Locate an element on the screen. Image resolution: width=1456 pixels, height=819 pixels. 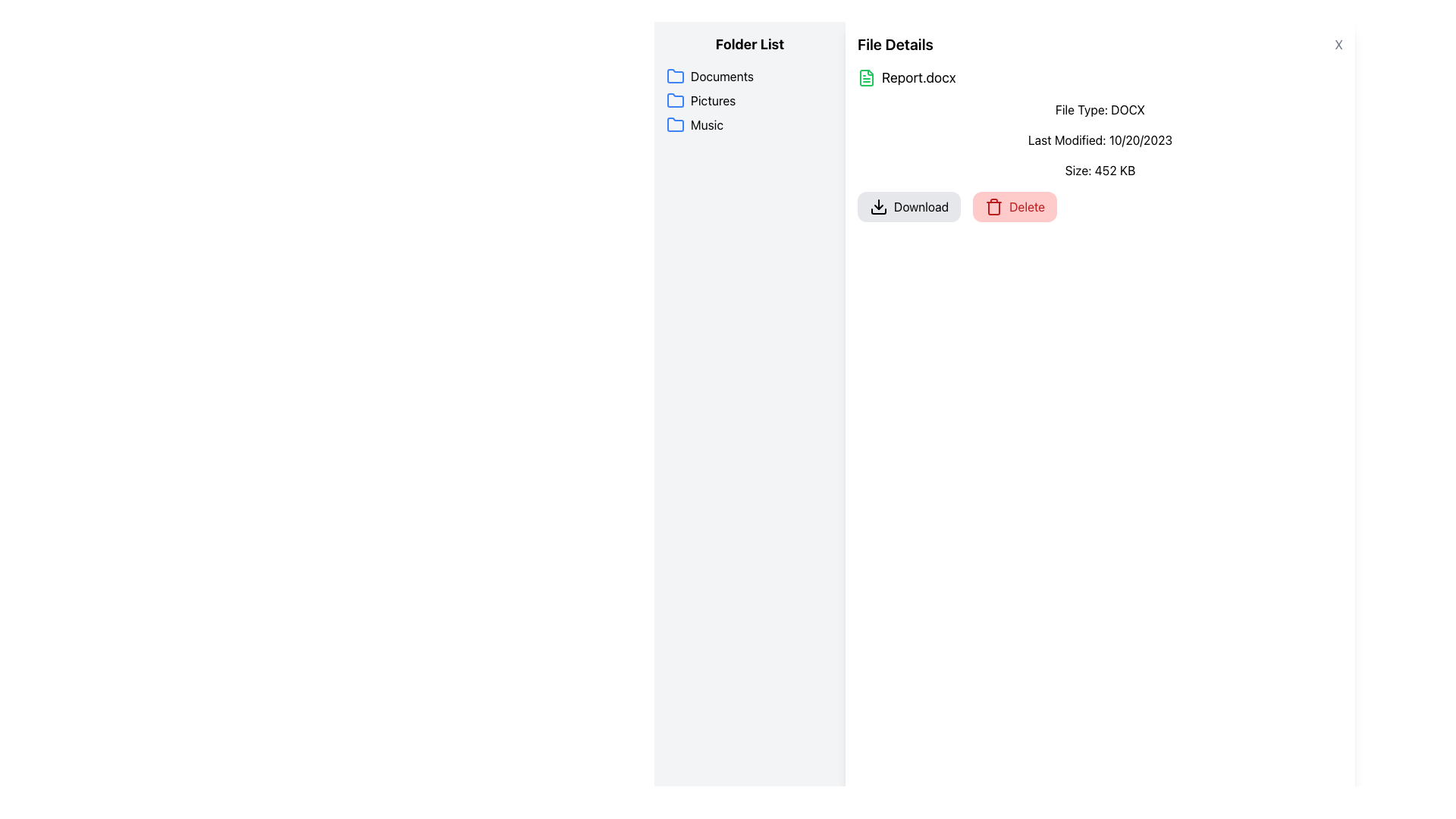
the document file icon located in the File Details column, specifically to the left of the file name 'Report.docx' is located at coordinates (866, 78).